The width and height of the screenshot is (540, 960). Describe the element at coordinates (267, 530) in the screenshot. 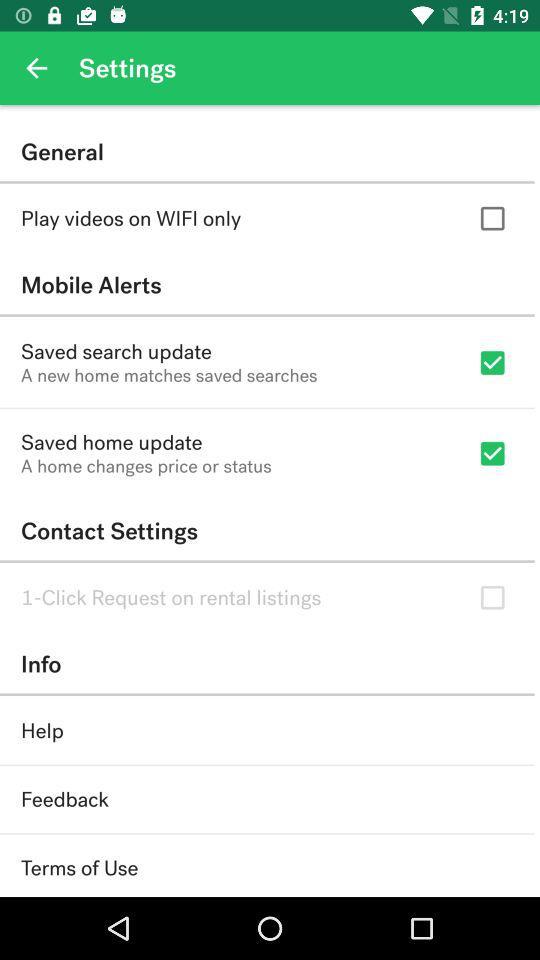

I see `the item below the a home changes item` at that location.